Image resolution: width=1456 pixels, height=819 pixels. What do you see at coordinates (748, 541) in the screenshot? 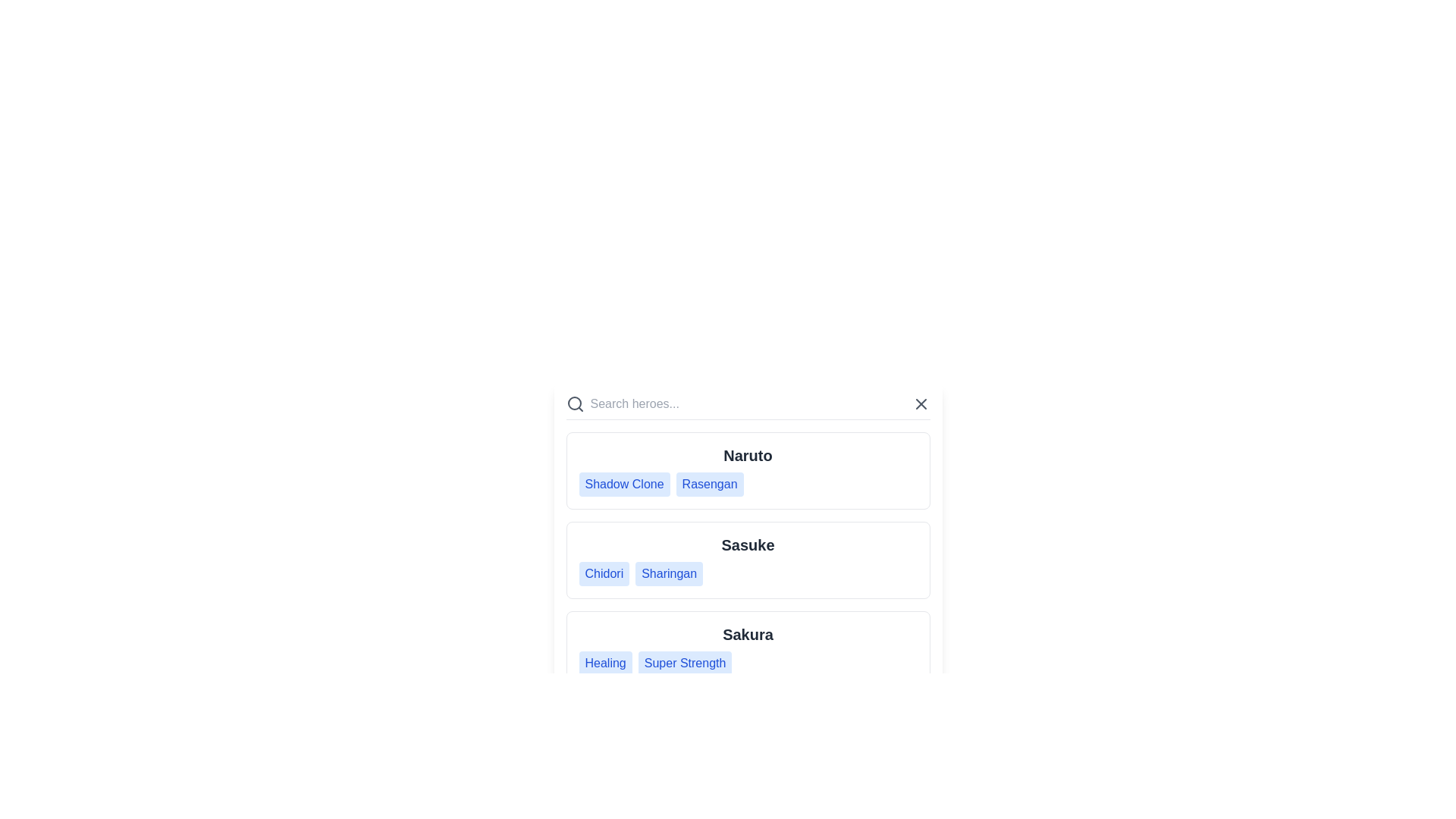
I see `the Card element displaying content for the hero 'Sasuke', which is positioned in the middle section of a vertically stacked list of hero descriptions` at bounding box center [748, 541].